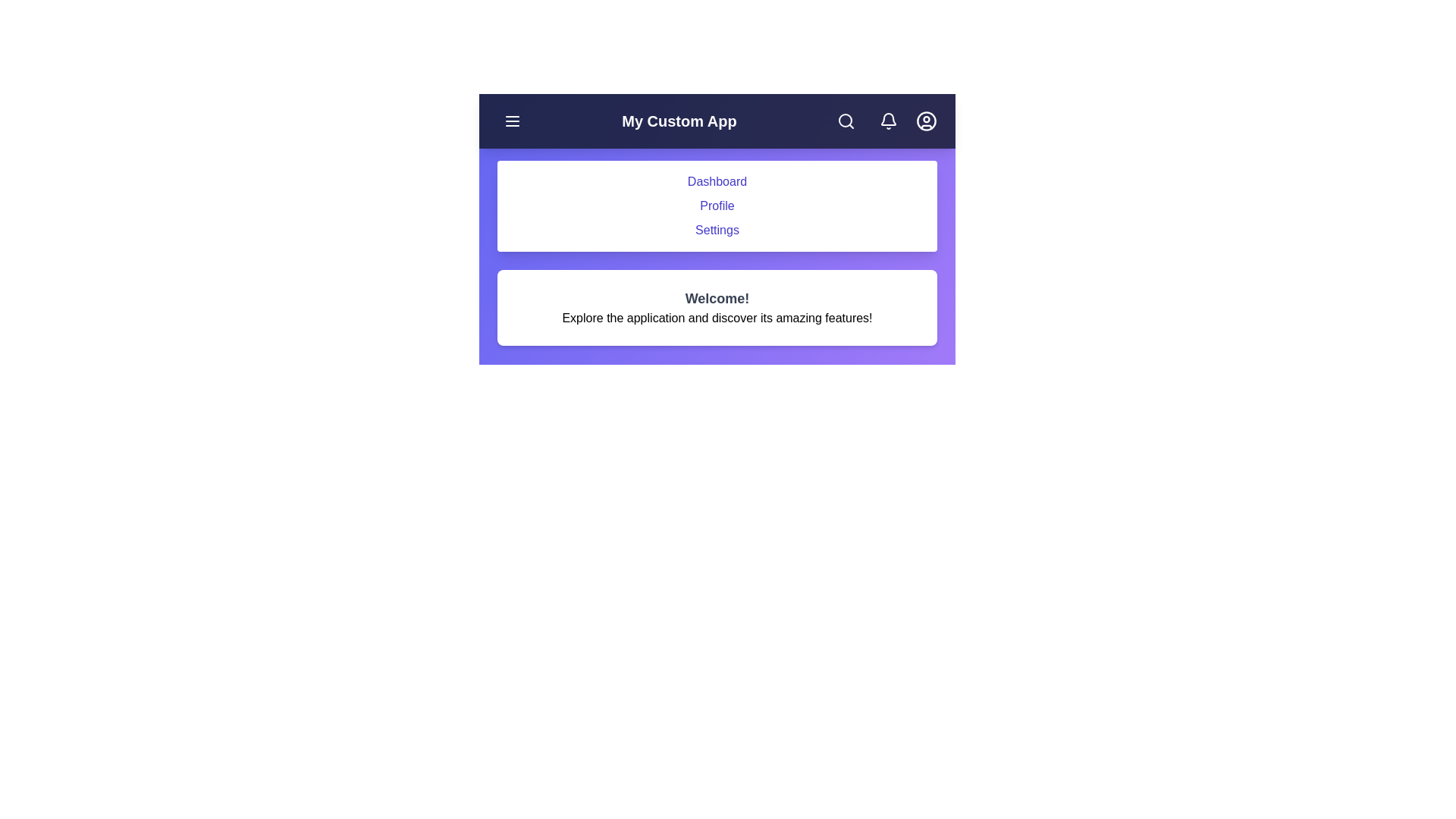  What do you see at coordinates (513, 120) in the screenshot?
I see `menu button to toggle the sidebar visibility` at bounding box center [513, 120].